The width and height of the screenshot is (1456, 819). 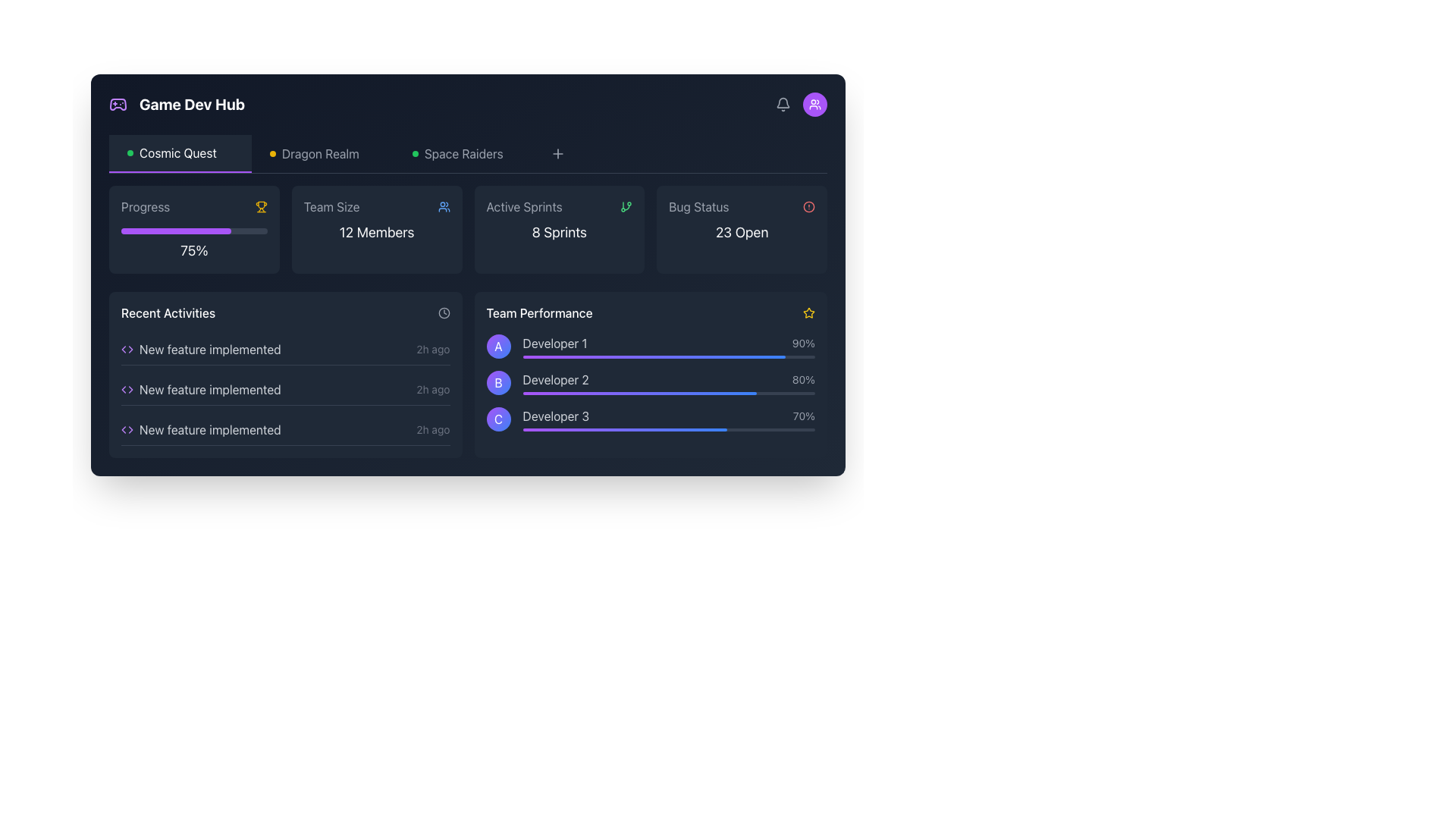 What do you see at coordinates (742, 230) in the screenshot?
I see `the Information Card that serves as a status indicator for bugs, located in the top-right part of the grid, adjacent to the 'Active Sprints' and 'Team Size' blocks` at bounding box center [742, 230].